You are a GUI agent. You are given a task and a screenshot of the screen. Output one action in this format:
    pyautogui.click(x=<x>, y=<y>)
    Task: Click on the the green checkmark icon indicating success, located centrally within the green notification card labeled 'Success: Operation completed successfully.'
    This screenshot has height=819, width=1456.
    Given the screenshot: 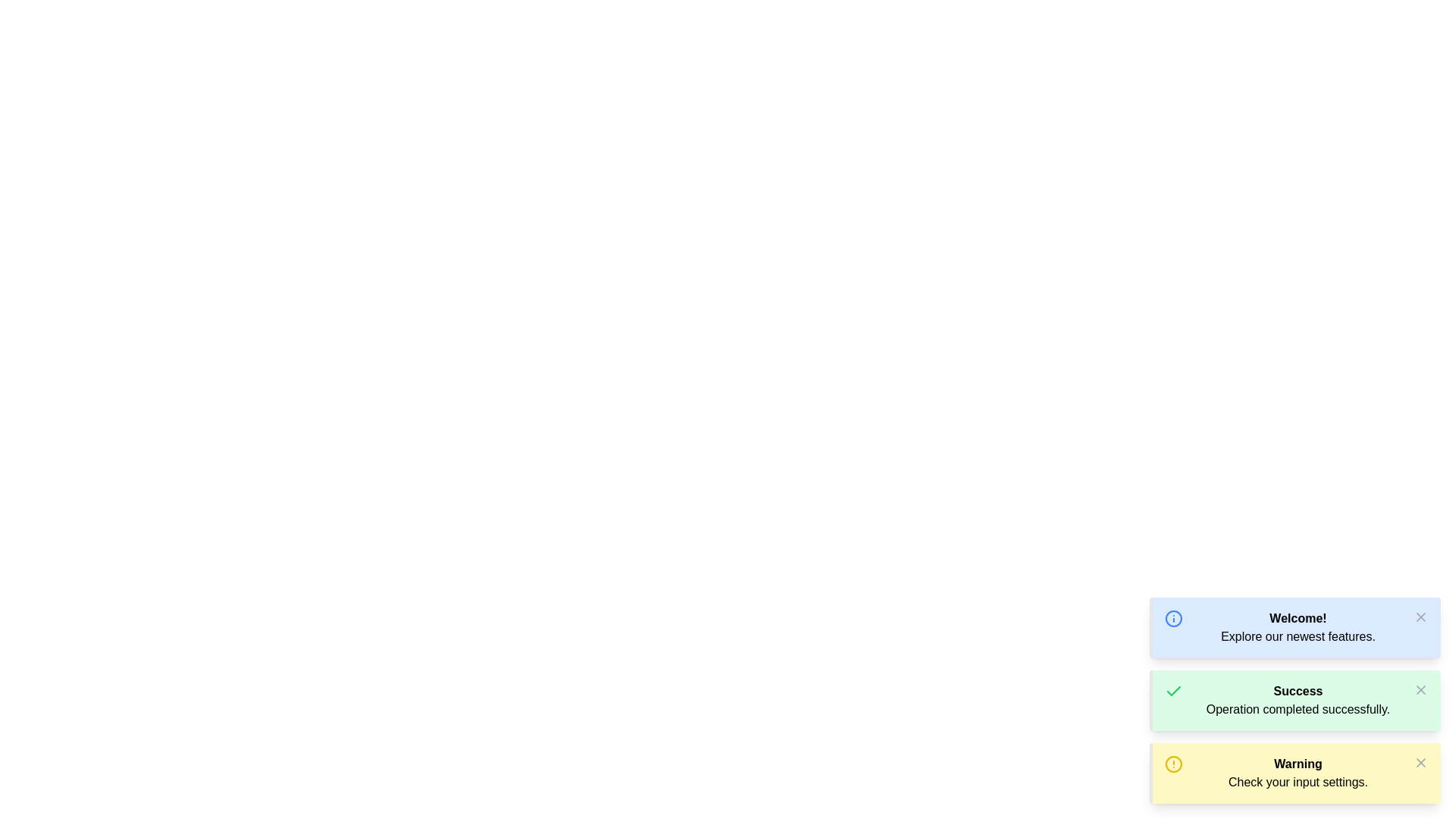 What is the action you would take?
    pyautogui.click(x=1173, y=690)
    